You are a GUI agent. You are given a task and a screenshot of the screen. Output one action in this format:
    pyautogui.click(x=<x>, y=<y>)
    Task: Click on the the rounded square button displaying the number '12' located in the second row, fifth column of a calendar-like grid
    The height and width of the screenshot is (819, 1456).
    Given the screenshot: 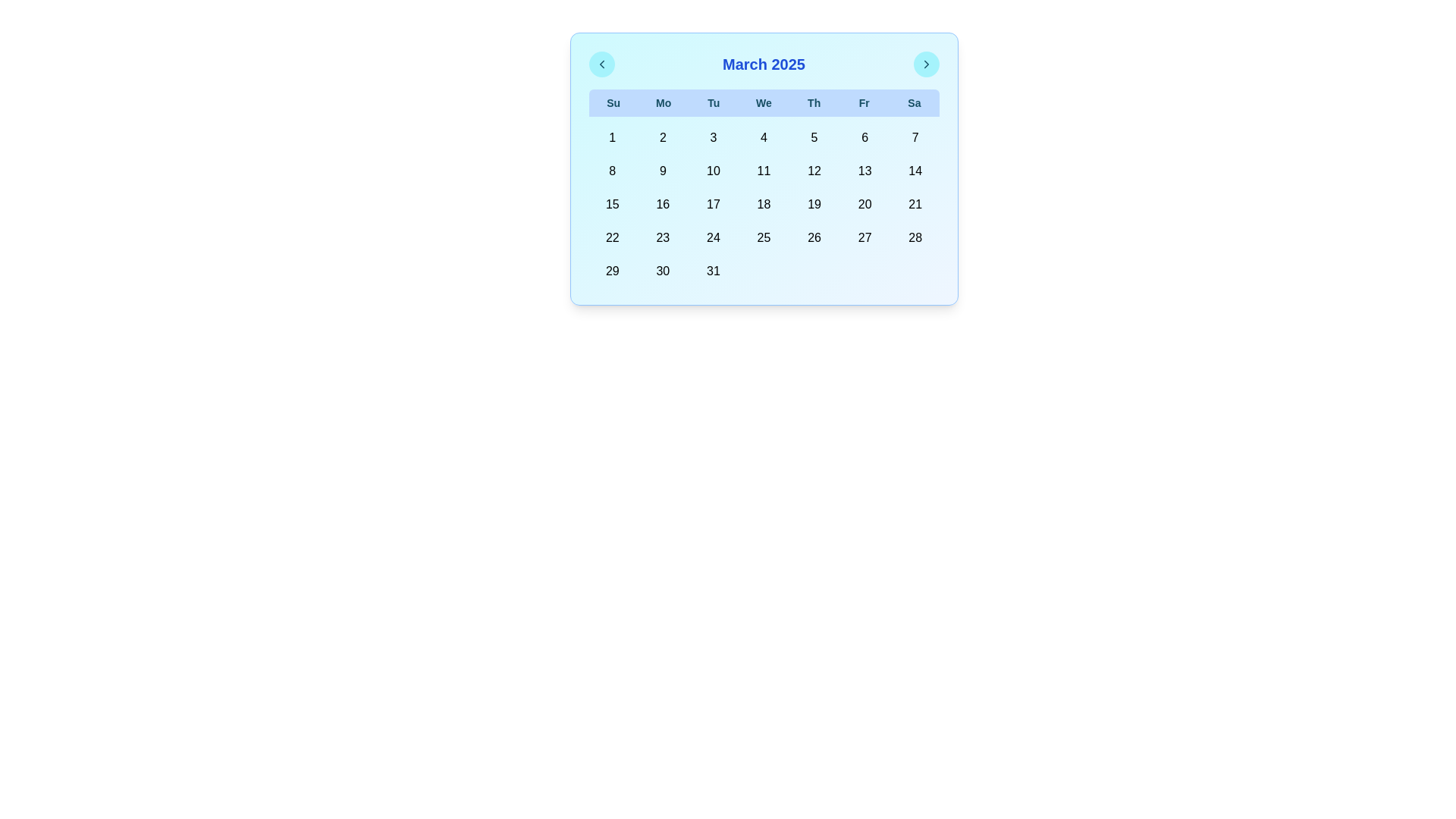 What is the action you would take?
    pyautogui.click(x=814, y=171)
    